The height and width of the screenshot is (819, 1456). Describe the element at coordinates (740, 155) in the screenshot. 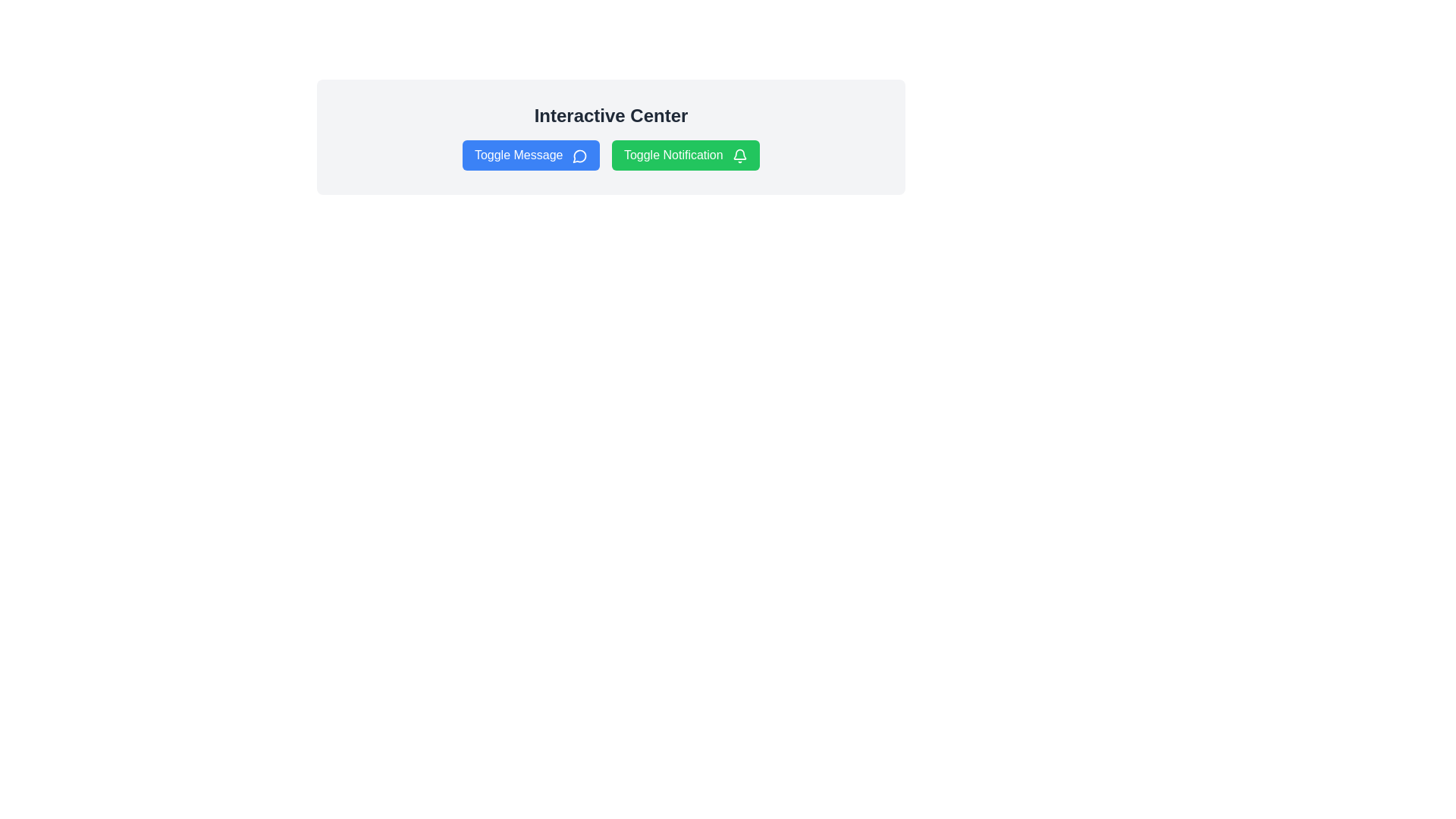

I see `the small bell icon, which is an SVG graphic located at the far right of the 'Toggle Notification' button, visually distinct from the text label` at that location.